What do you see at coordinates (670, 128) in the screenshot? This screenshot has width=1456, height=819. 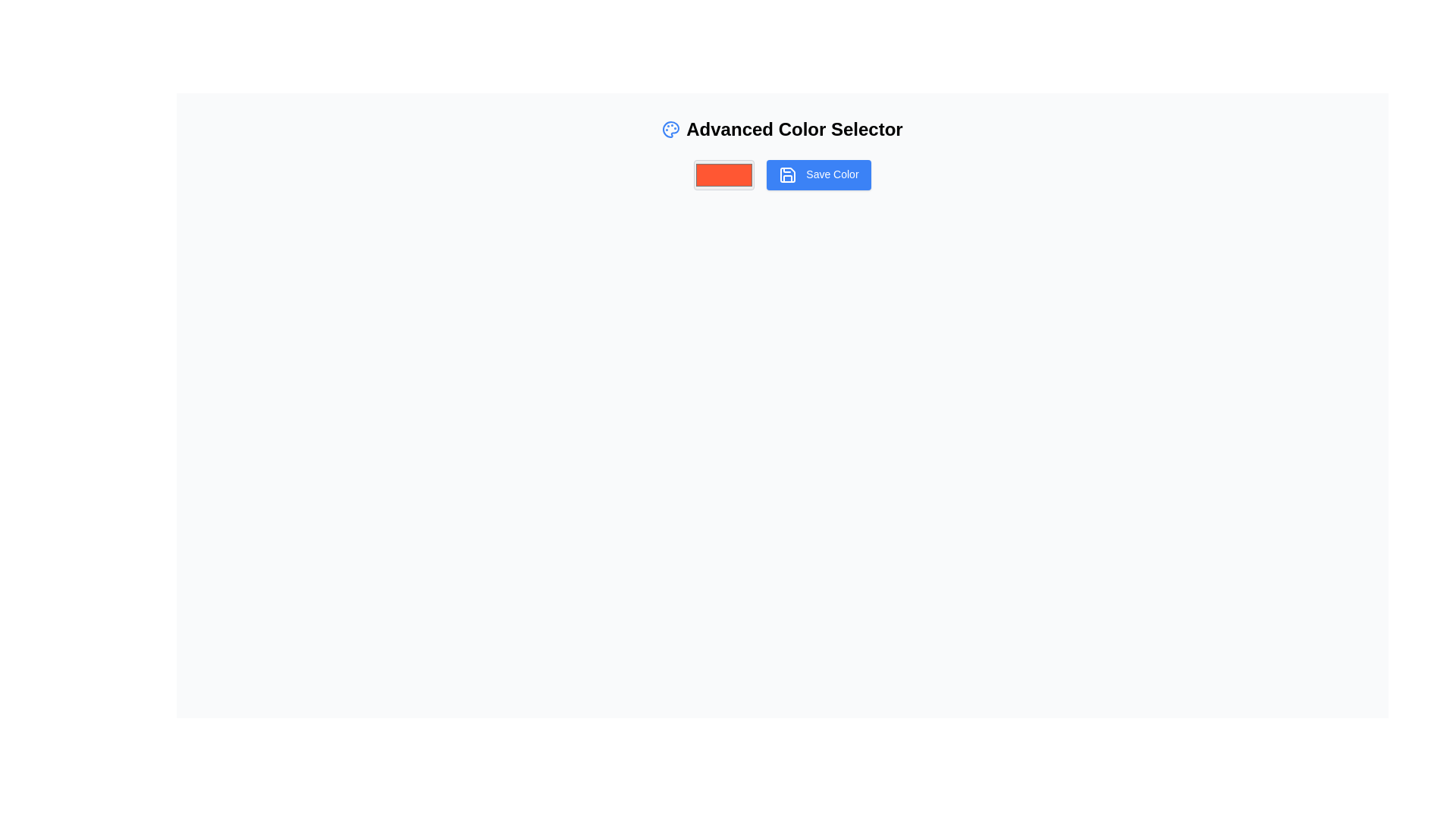 I see `the circular SVG shape icon representing a compact and stylized palette, located adjacent to the text 'Advanced Color Selector' and near the 'Save Color' button` at bounding box center [670, 128].